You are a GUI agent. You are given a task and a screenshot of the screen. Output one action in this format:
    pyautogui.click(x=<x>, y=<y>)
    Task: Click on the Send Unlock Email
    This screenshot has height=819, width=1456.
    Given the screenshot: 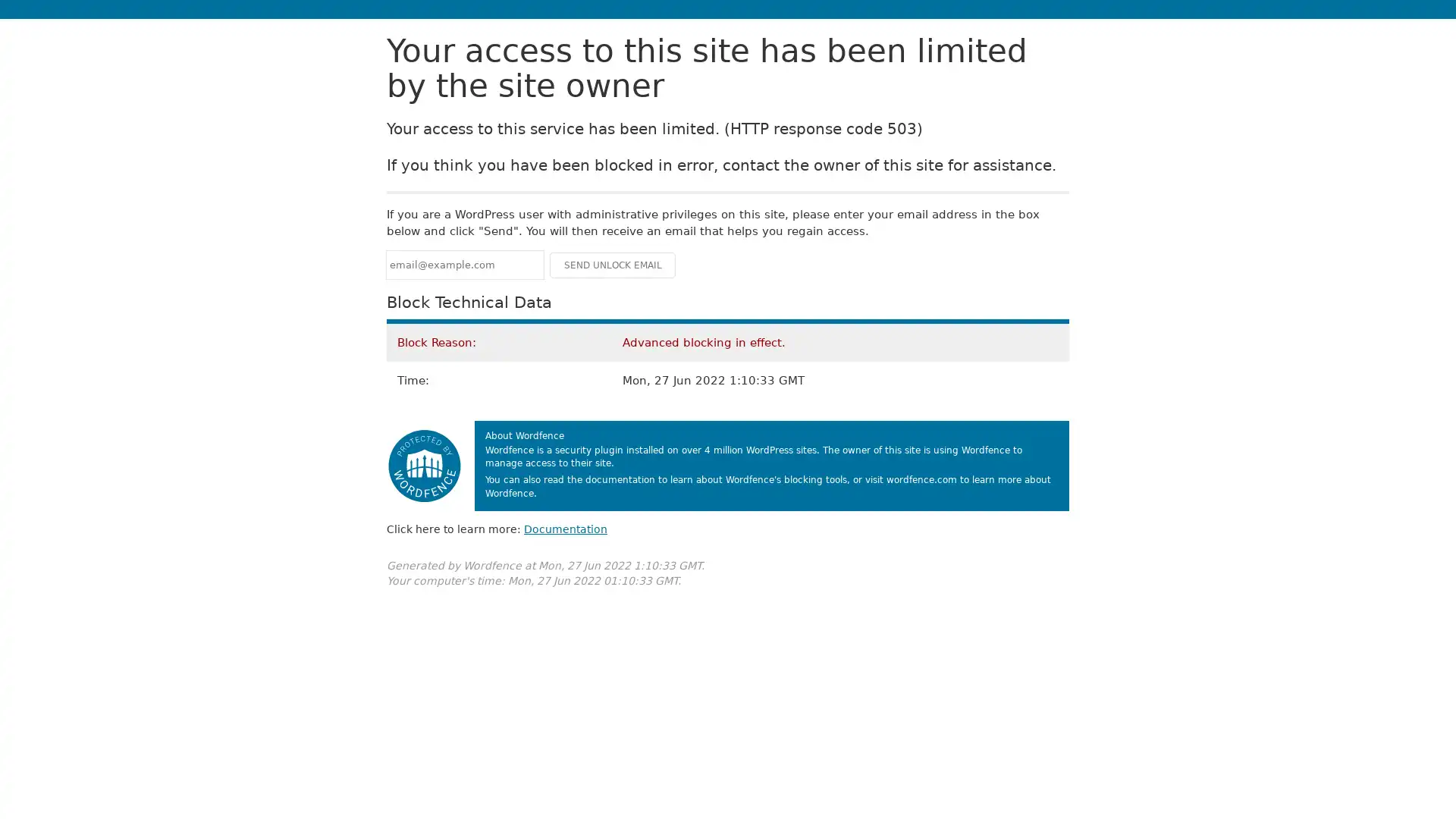 What is the action you would take?
    pyautogui.click(x=612, y=264)
    